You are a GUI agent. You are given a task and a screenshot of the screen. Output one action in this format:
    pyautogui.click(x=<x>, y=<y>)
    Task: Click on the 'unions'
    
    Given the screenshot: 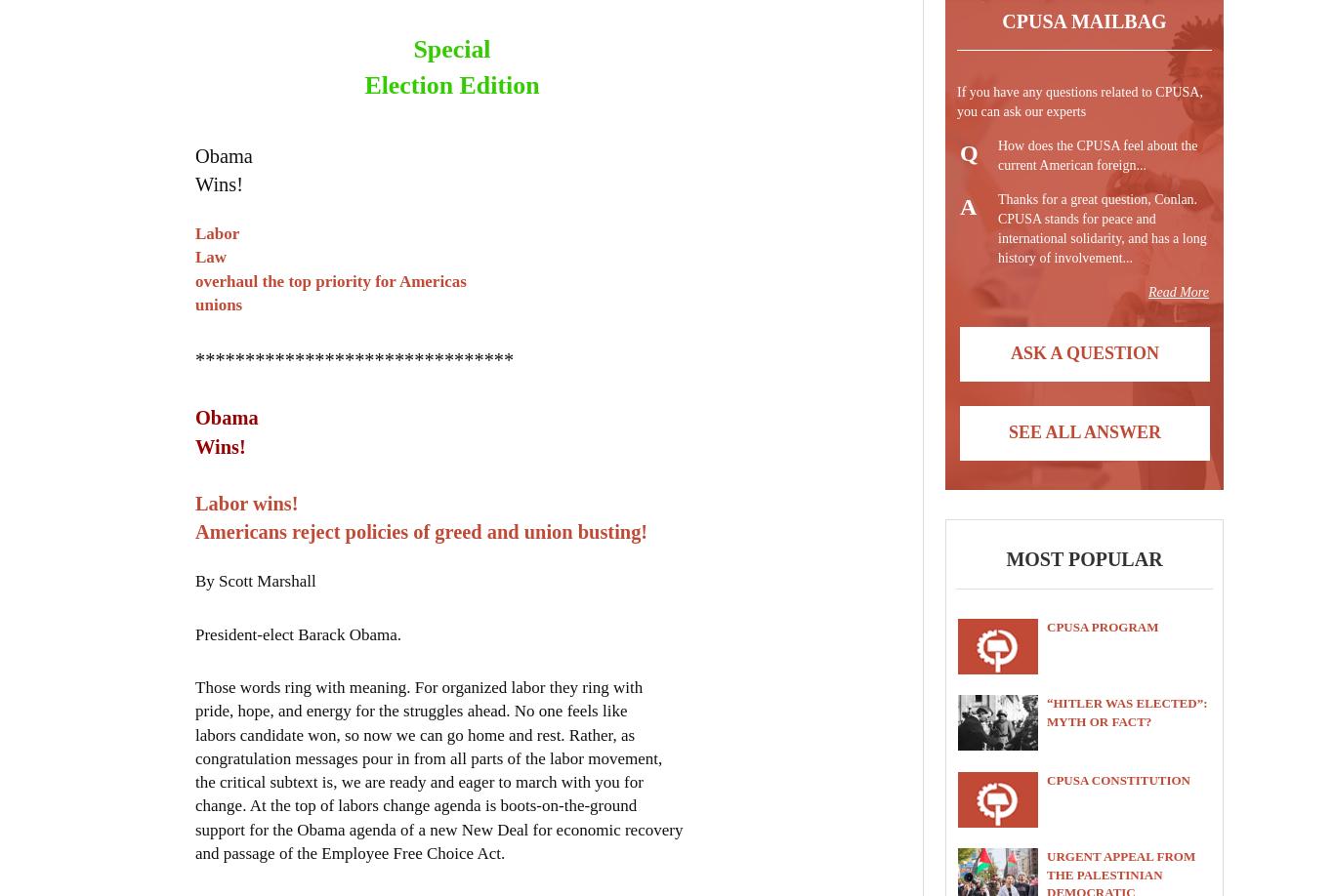 What is the action you would take?
    pyautogui.click(x=218, y=304)
    